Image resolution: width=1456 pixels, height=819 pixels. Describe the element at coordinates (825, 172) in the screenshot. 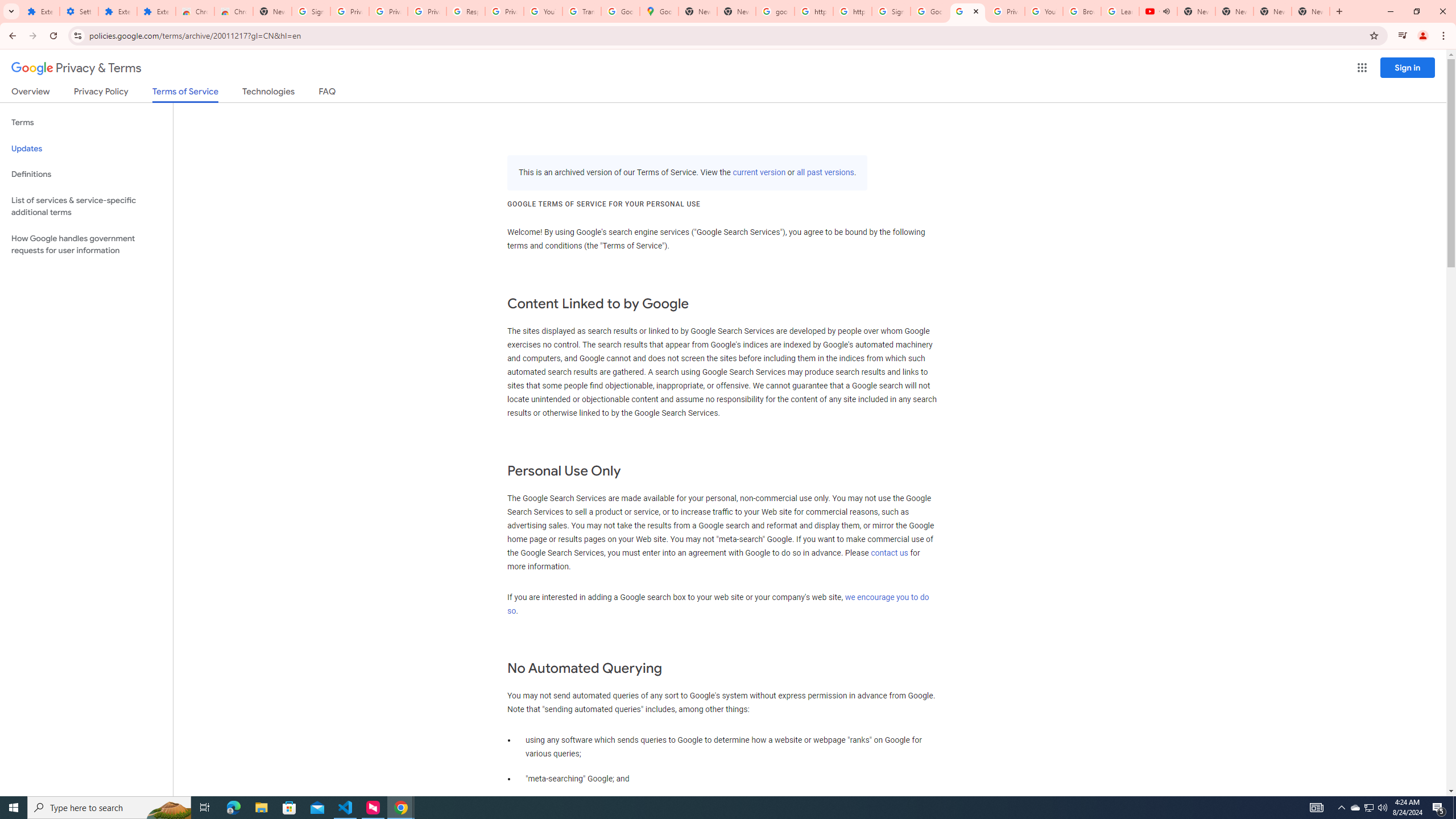

I see `'all past versions'` at that location.